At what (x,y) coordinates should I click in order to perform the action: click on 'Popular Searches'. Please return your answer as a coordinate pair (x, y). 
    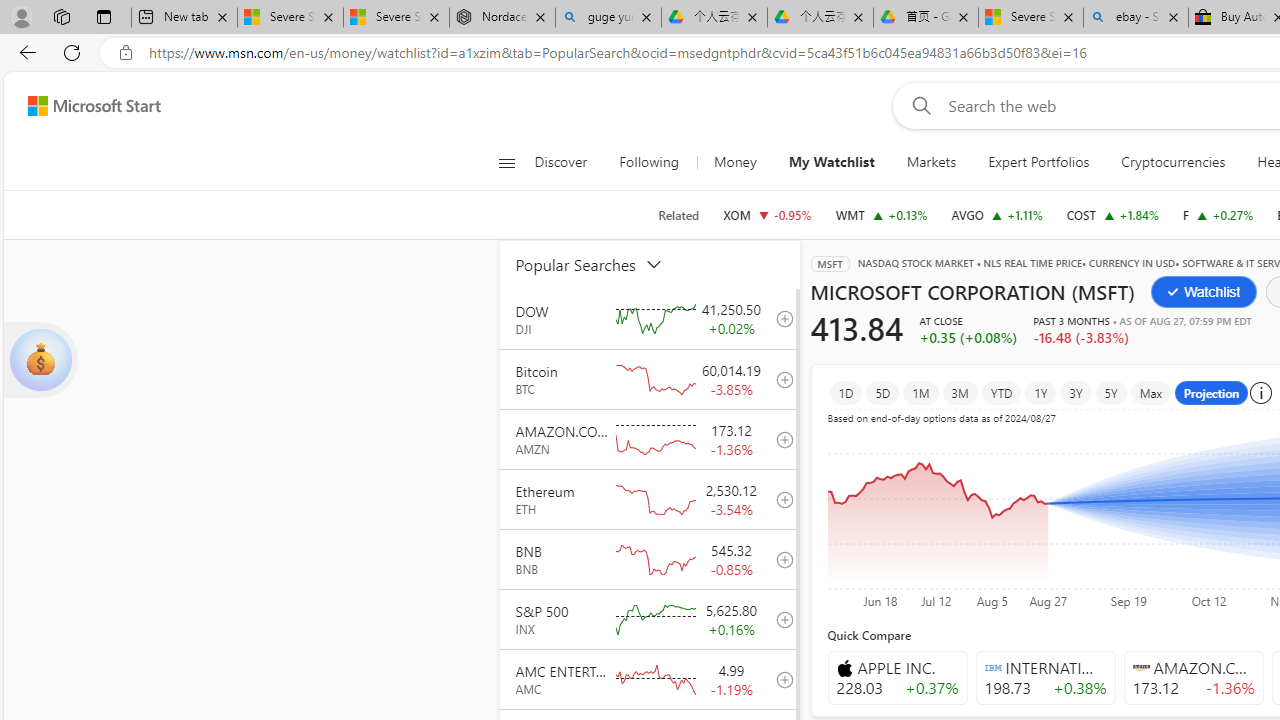
    Looking at the image, I should click on (600, 263).